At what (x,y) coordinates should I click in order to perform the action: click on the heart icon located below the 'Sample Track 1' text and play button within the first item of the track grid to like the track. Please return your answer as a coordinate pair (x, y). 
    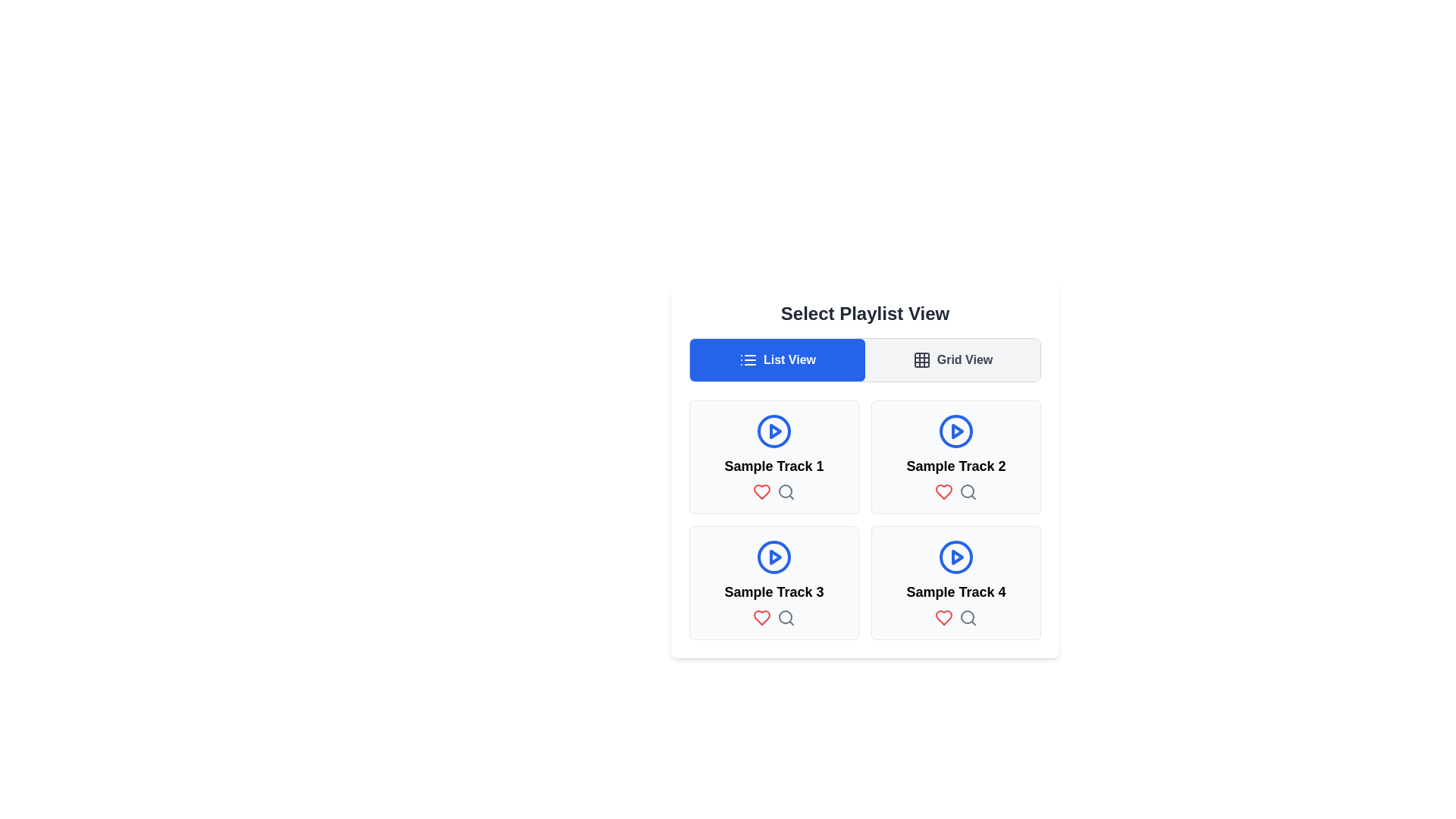
    Looking at the image, I should click on (774, 491).